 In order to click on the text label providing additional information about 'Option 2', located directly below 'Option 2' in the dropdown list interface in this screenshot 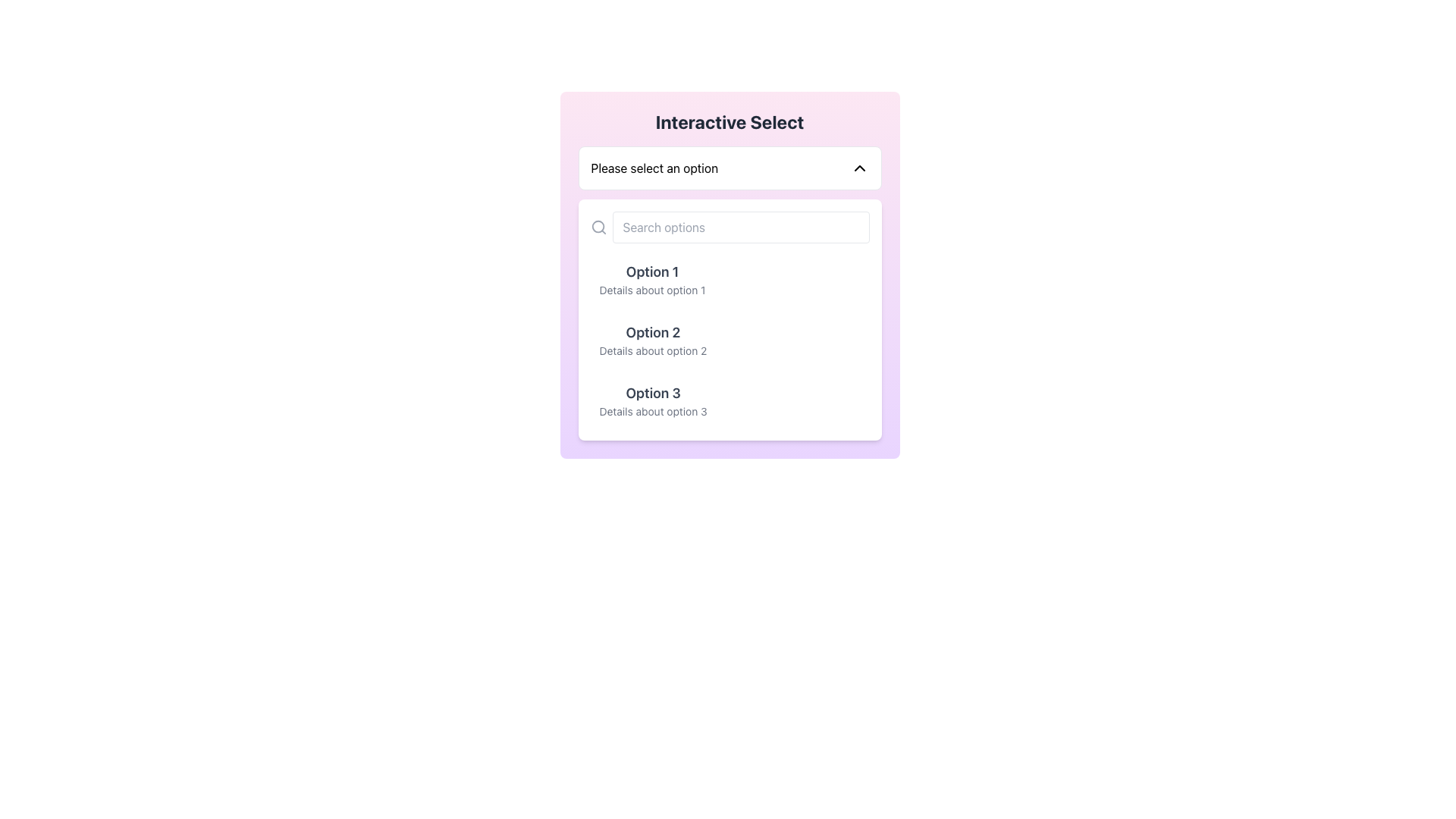, I will do `click(653, 350)`.